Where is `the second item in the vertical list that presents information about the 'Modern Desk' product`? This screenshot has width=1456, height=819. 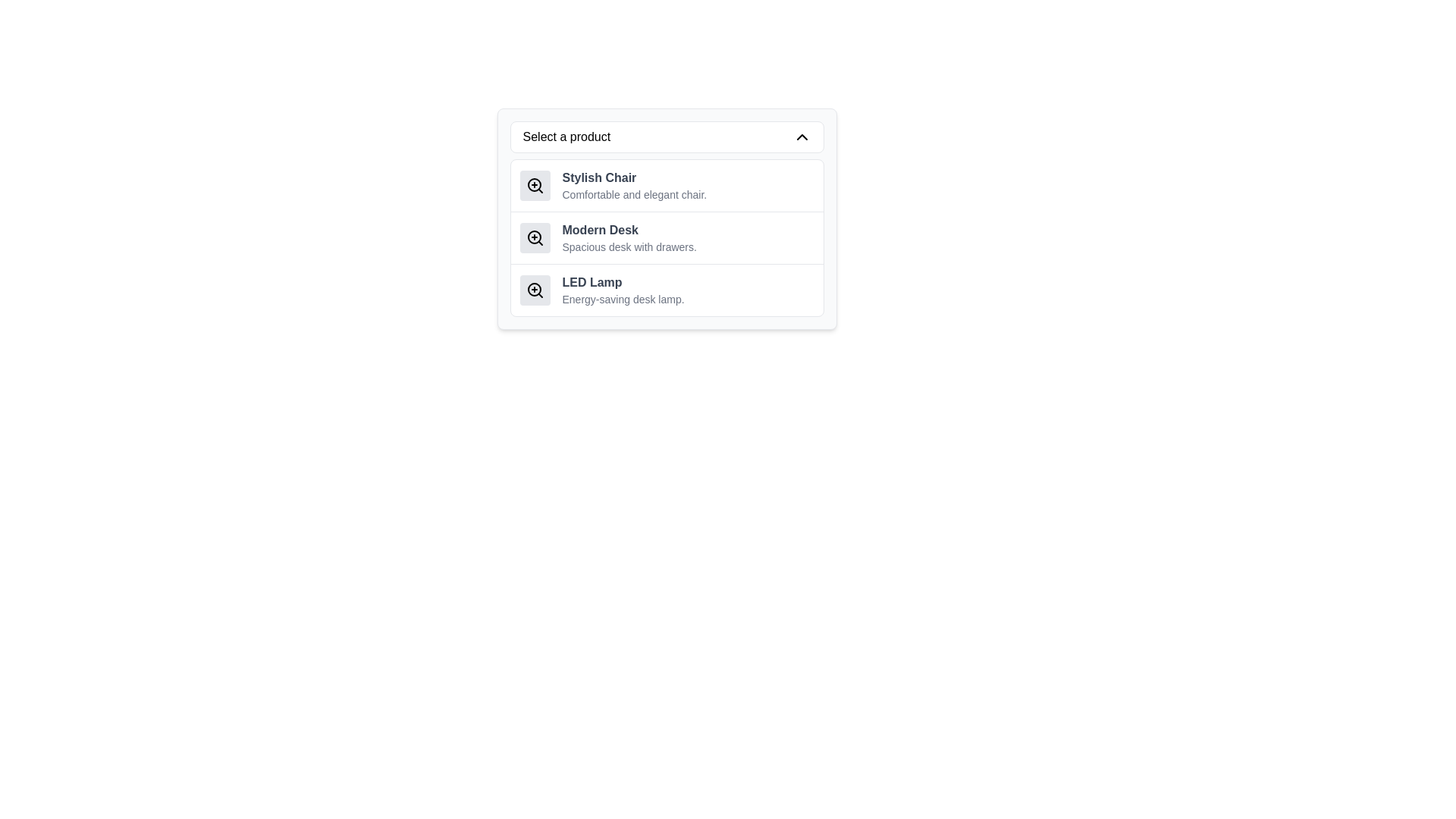
the second item in the vertical list that presents information about the 'Modern Desk' product is located at coordinates (667, 237).